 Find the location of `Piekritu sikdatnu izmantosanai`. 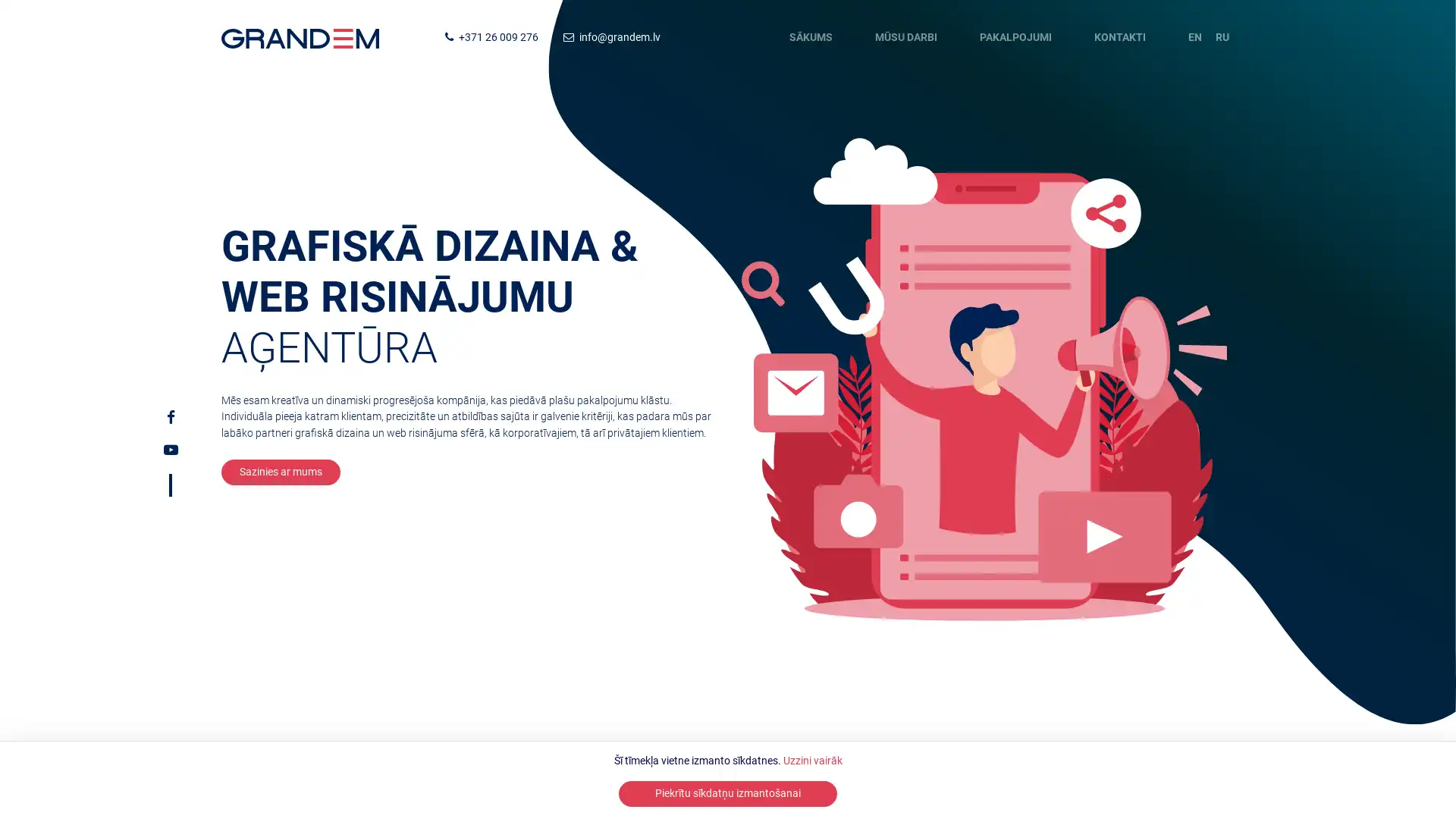

Piekritu sikdatnu izmantosanai is located at coordinates (728, 792).